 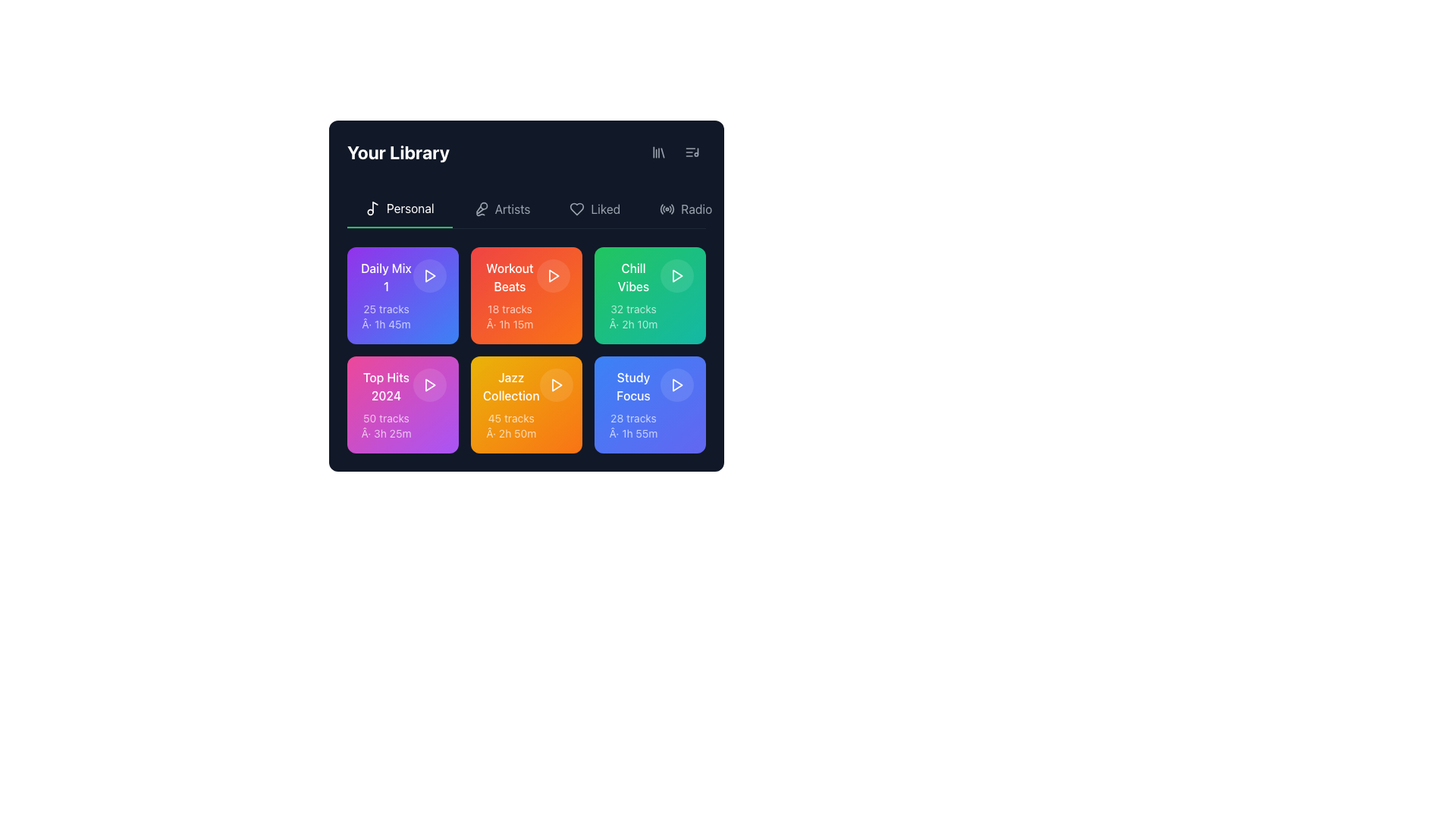 What do you see at coordinates (513, 209) in the screenshot?
I see `the 'Artists' text label in the horizontal navigation bar` at bounding box center [513, 209].